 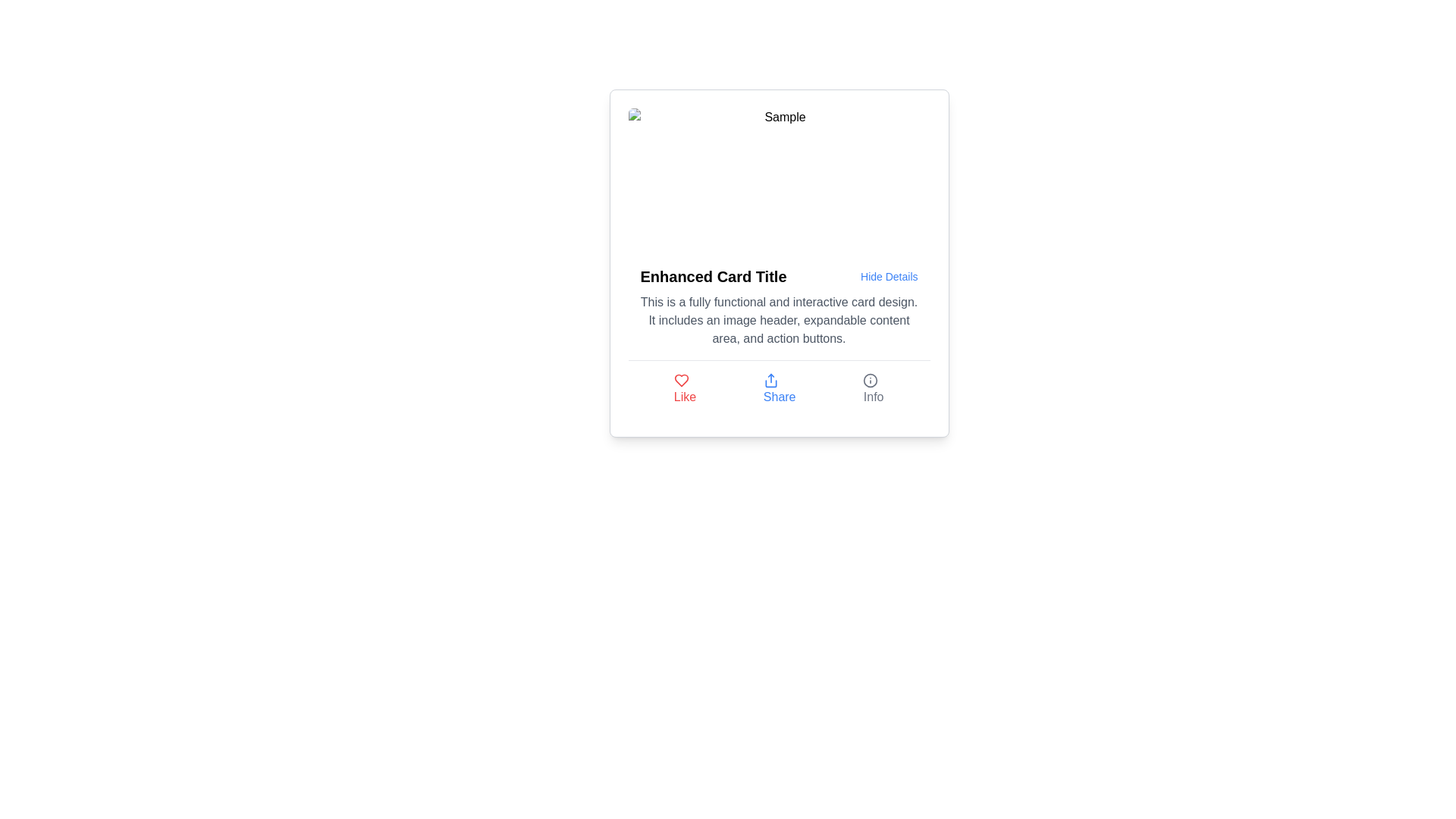 What do you see at coordinates (874, 388) in the screenshot?
I see `the 'Info' button, which features a circular icon with an 'i' and is the rightmost button in a horizontal set of three at the bottom of a card layout` at bounding box center [874, 388].